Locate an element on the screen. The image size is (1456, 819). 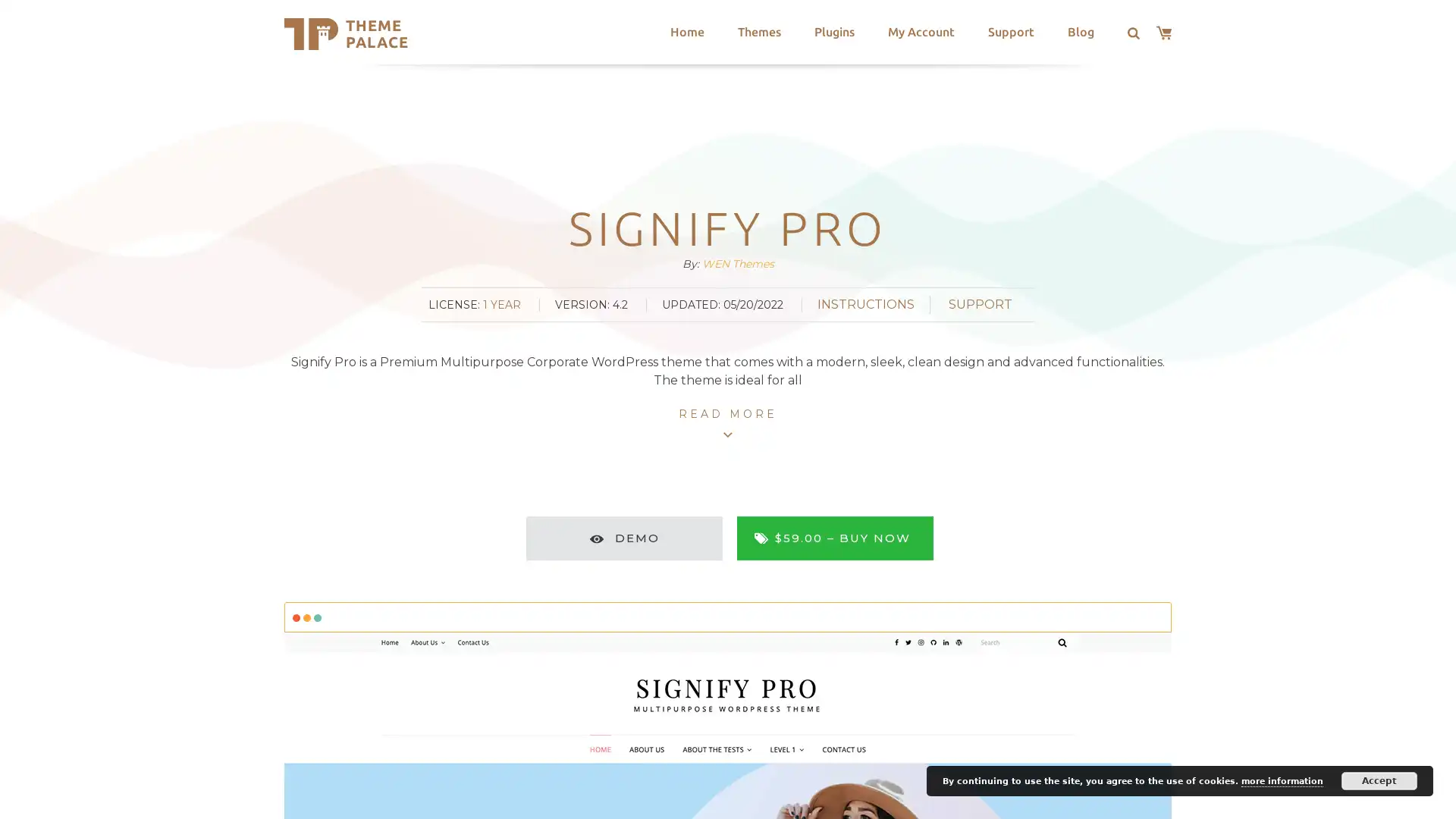
Search is located at coordinates (468, 34).